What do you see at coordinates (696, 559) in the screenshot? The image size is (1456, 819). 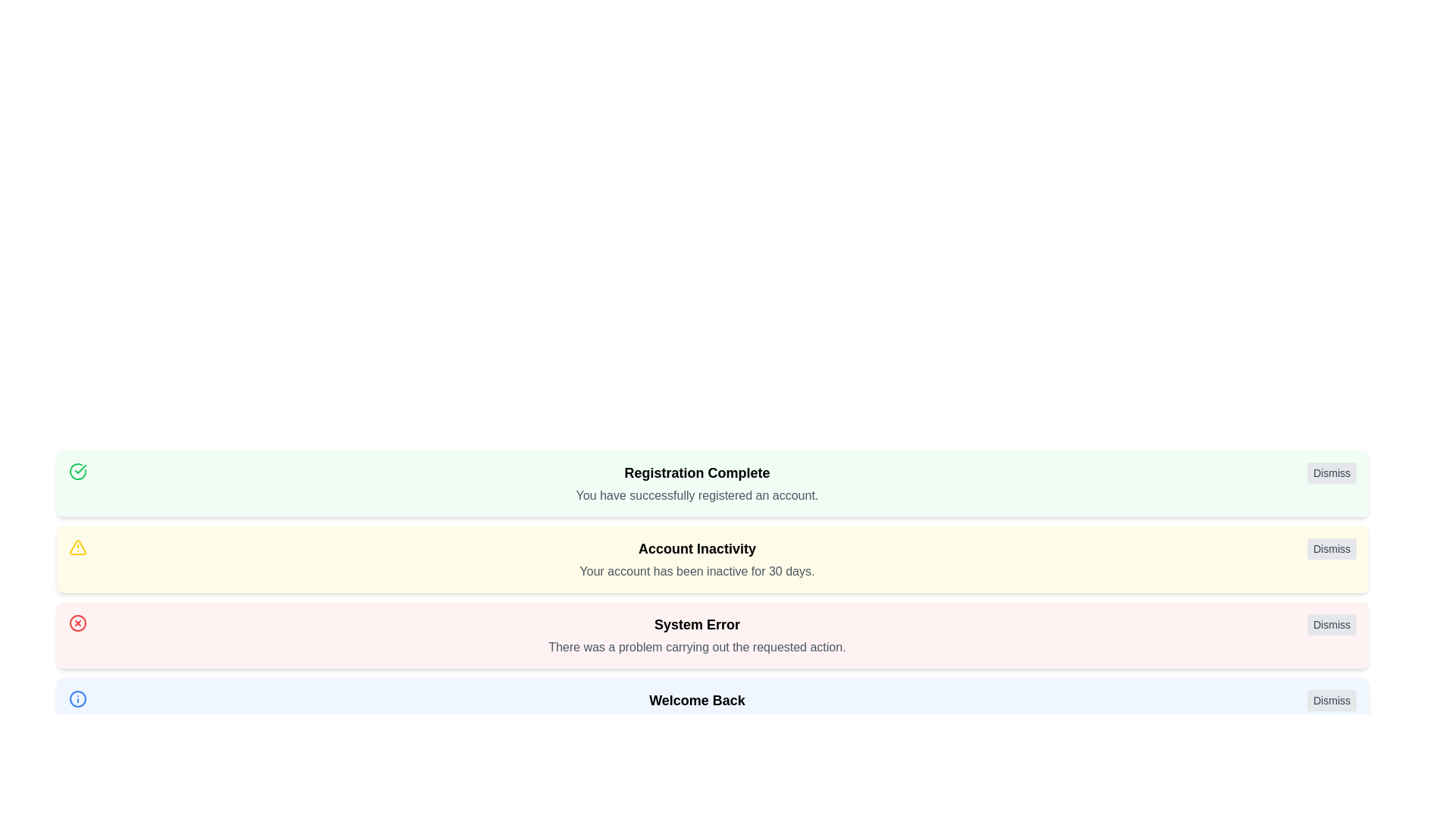 I see `the non-interactive text block that informs the user about their account inactivity status, located in the second yellow notification card in the stack` at bounding box center [696, 559].